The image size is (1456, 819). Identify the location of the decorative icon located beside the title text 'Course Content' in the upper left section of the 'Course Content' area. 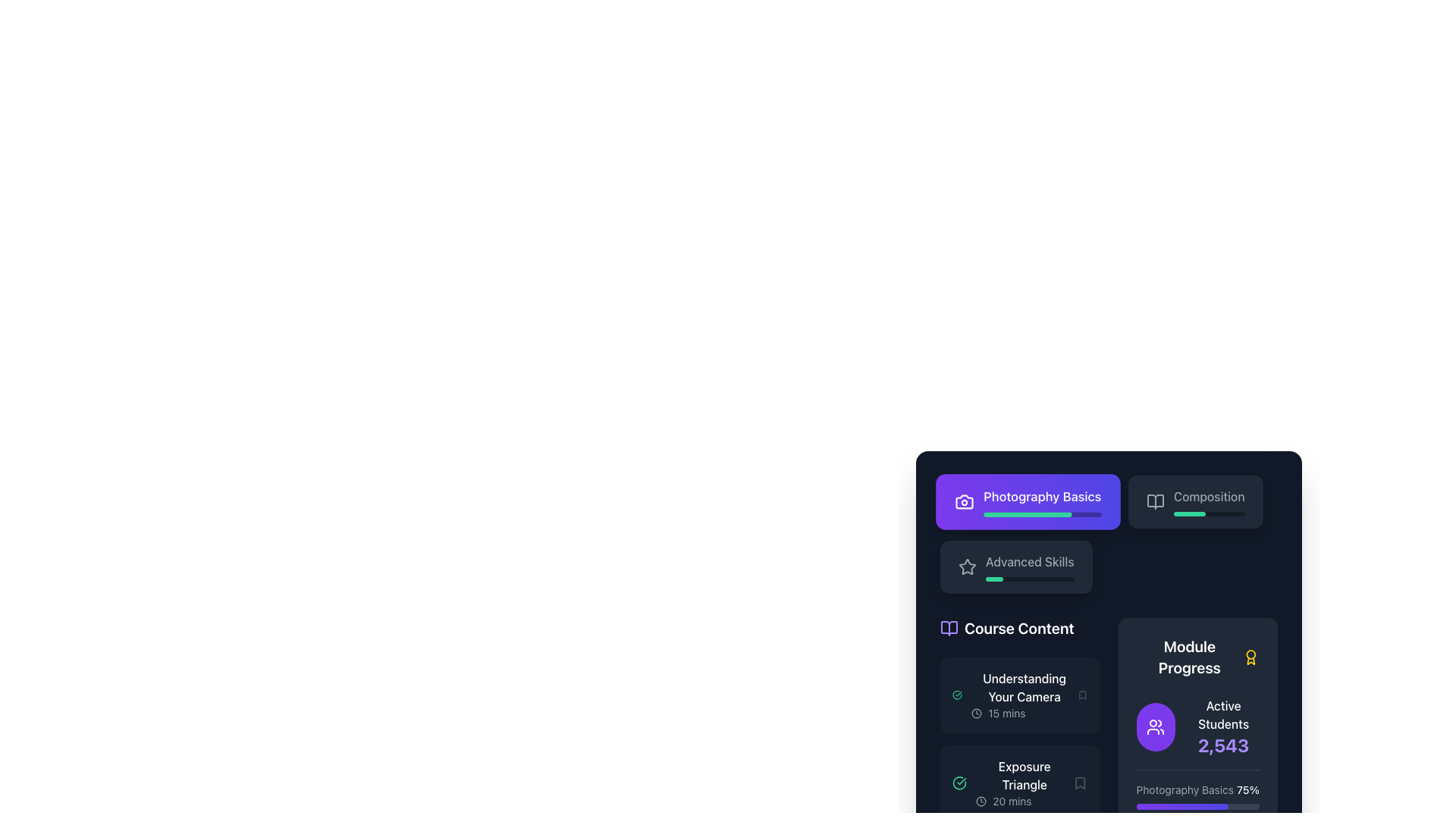
(949, 629).